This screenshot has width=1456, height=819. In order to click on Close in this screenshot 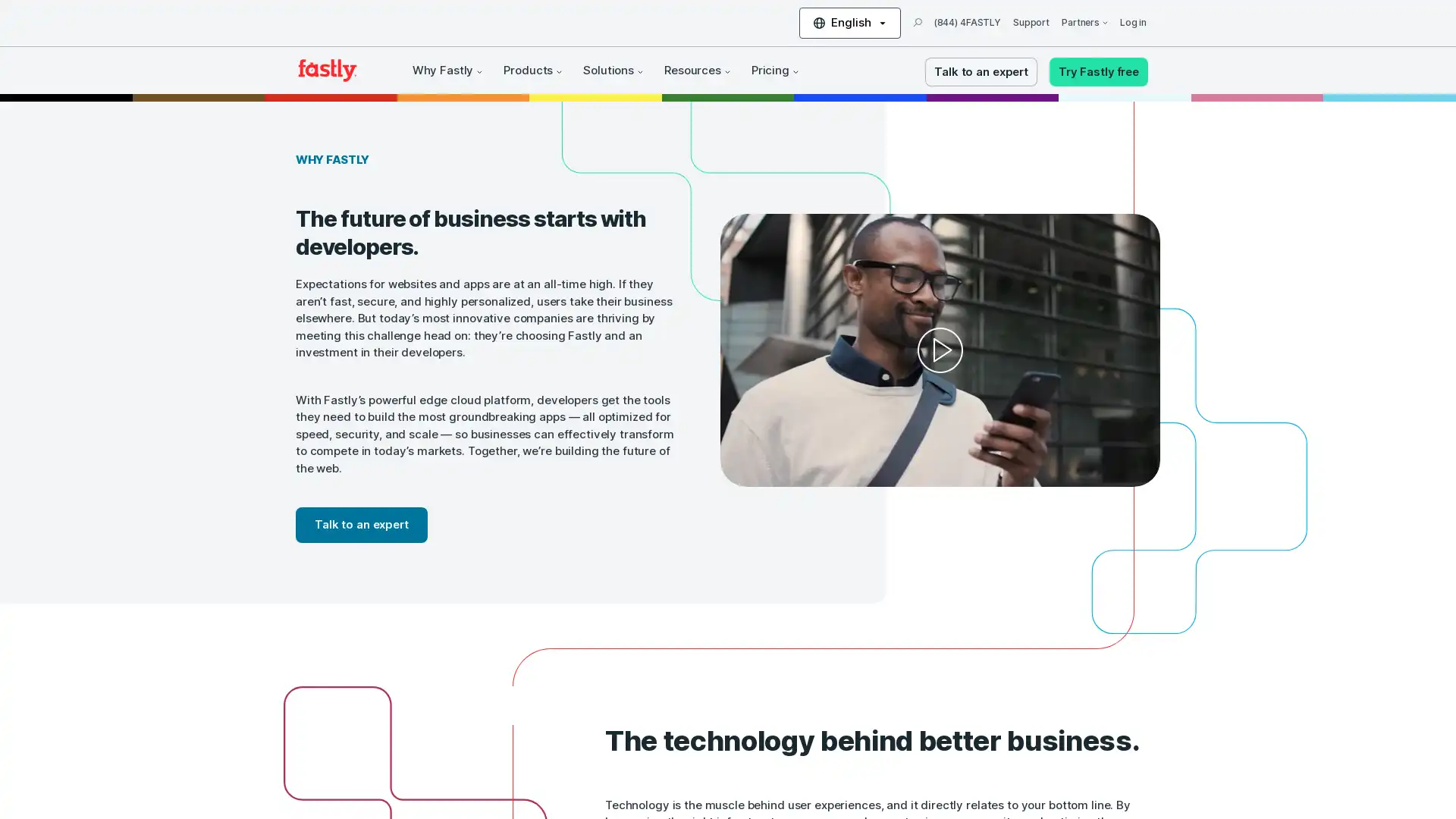, I will do `click(277, 614)`.